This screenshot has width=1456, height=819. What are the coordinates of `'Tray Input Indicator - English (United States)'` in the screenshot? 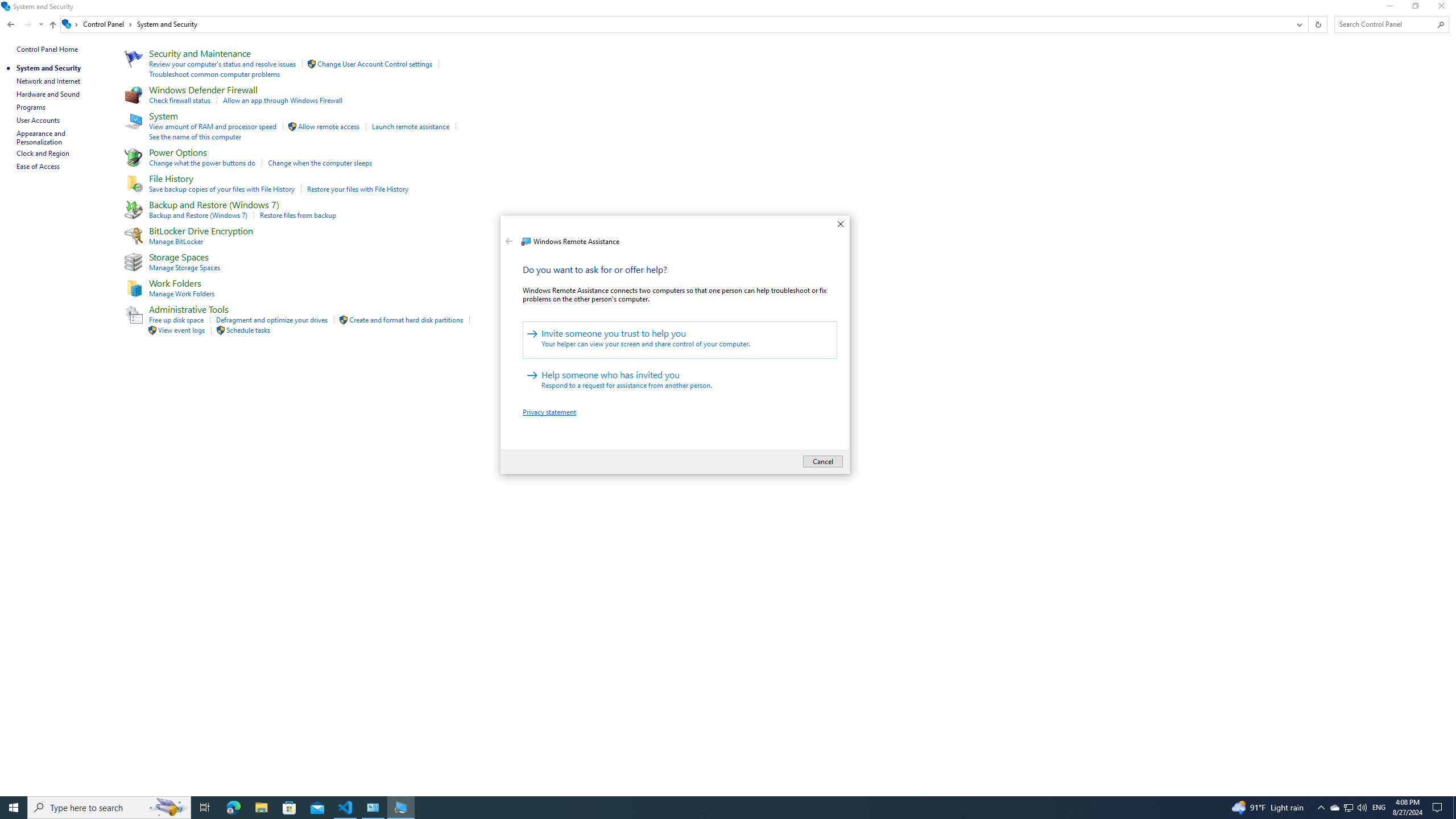 It's located at (1379, 806).